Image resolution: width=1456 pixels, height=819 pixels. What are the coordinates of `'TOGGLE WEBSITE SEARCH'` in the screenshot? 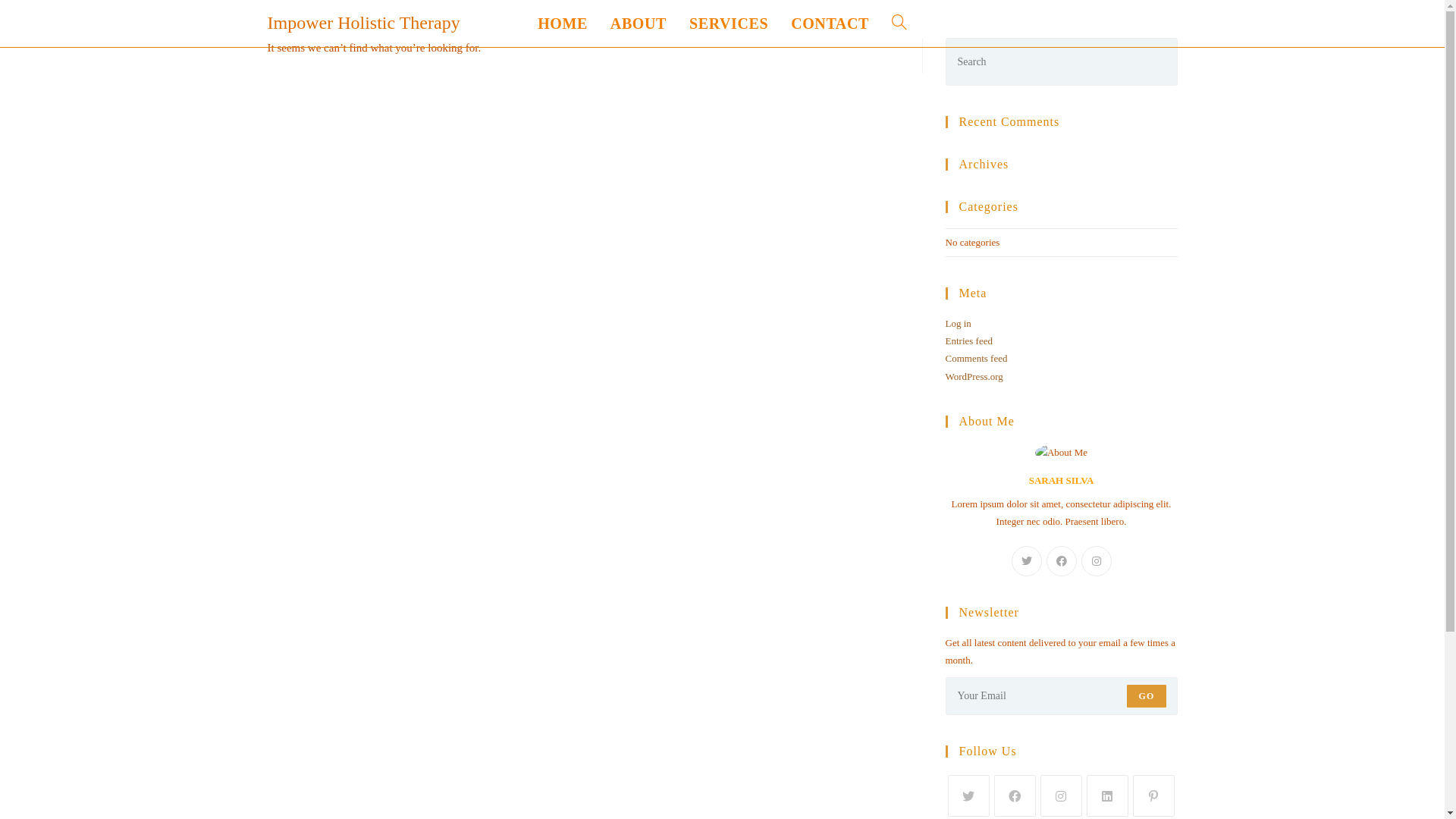 It's located at (899, 23).